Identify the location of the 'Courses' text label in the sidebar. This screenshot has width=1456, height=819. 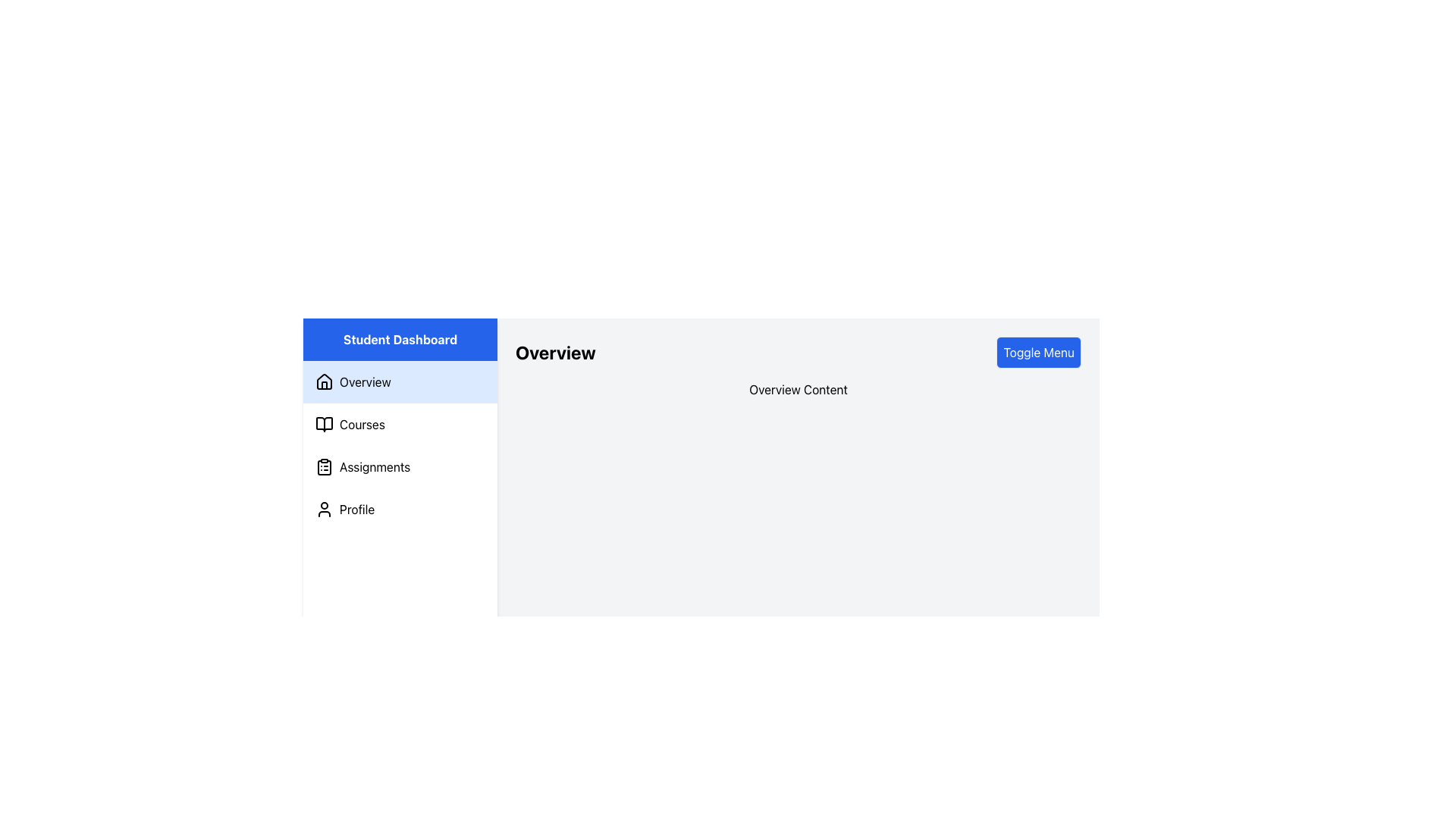
(361, 424).